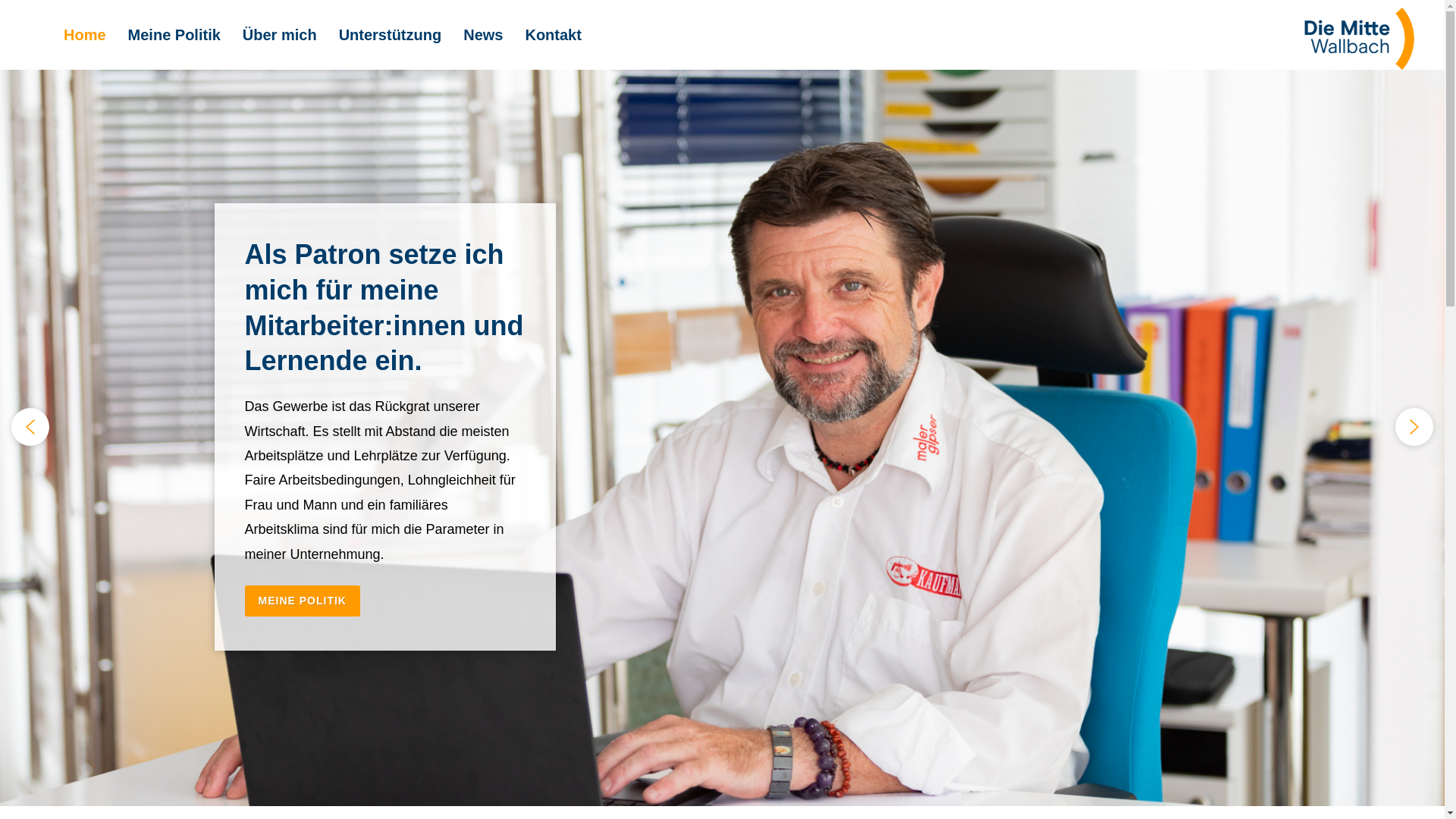 The height and width of the screenshot is (819, 1456). Describe the element at coordinates (174, 34) in the screenshot. I see `'Meine Politik'` at that location.